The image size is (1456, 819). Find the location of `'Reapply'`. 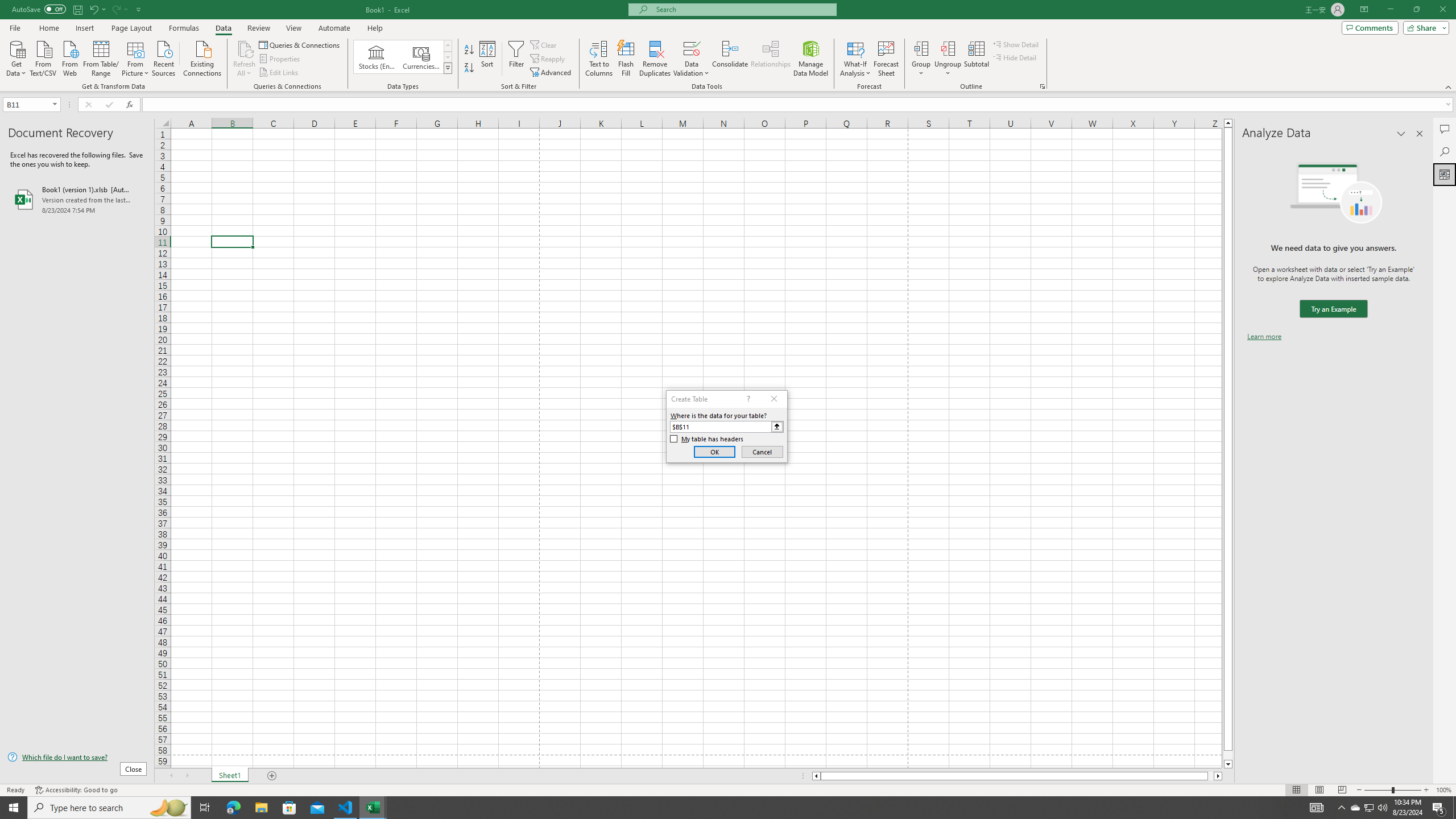

'Reapply' is located at coordinates (549, 59).